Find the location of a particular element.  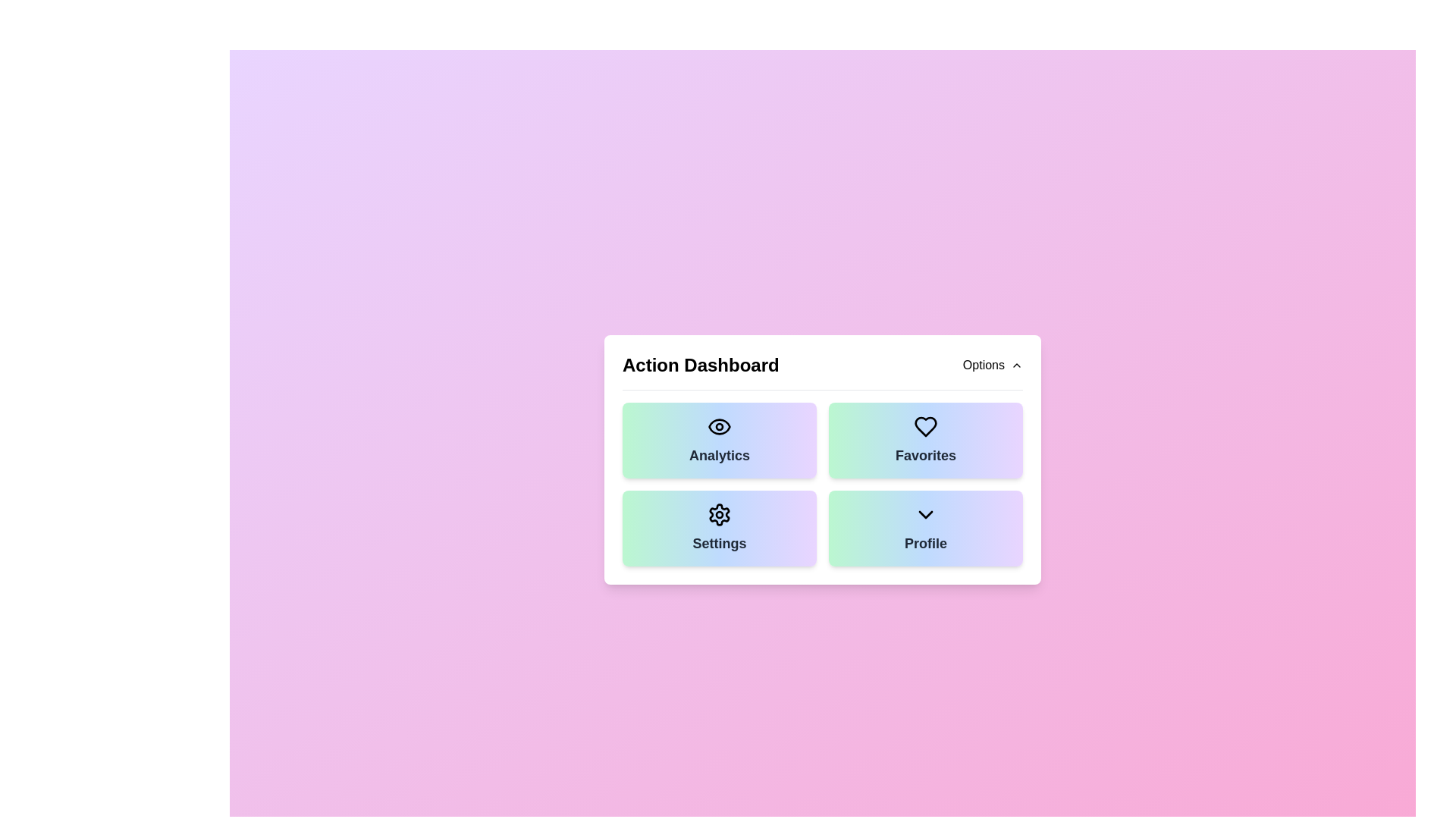

the chevron dropdown indicator icon located to the right of the 'Options' text is located at coordinates (1016, 365).